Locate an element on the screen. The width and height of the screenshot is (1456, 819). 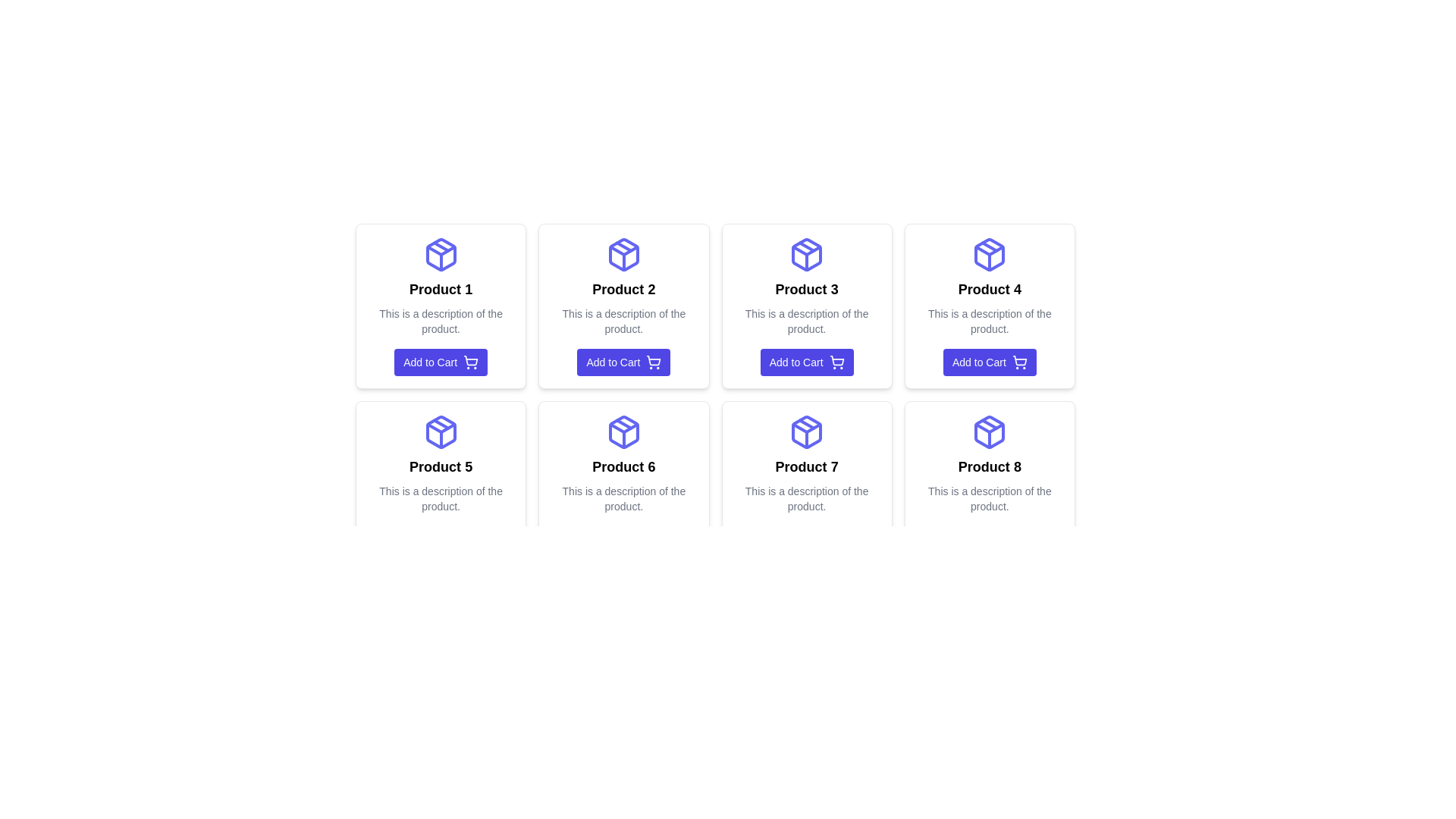
the indigo blue 3D box logo icon located above the text 'Product 2' in the second tile of the first row of the product grid layout is located at coordinates (623, 253).